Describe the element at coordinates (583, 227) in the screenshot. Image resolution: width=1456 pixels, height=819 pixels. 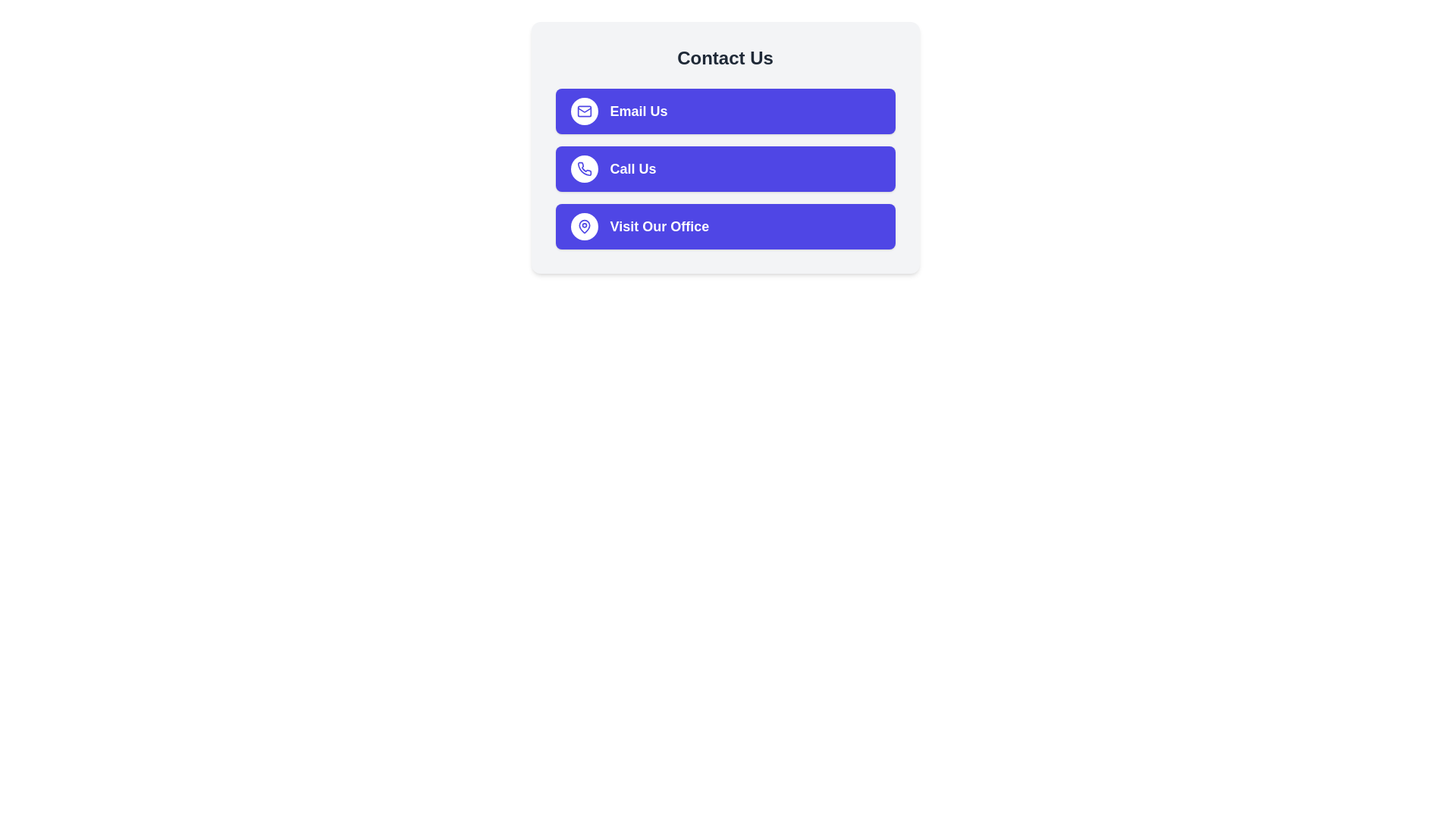
I see `the center of the circular Icon Button with a white background, indigo-blue border, and a pin icon, located within the 'Visit Our Office' button` at that location.